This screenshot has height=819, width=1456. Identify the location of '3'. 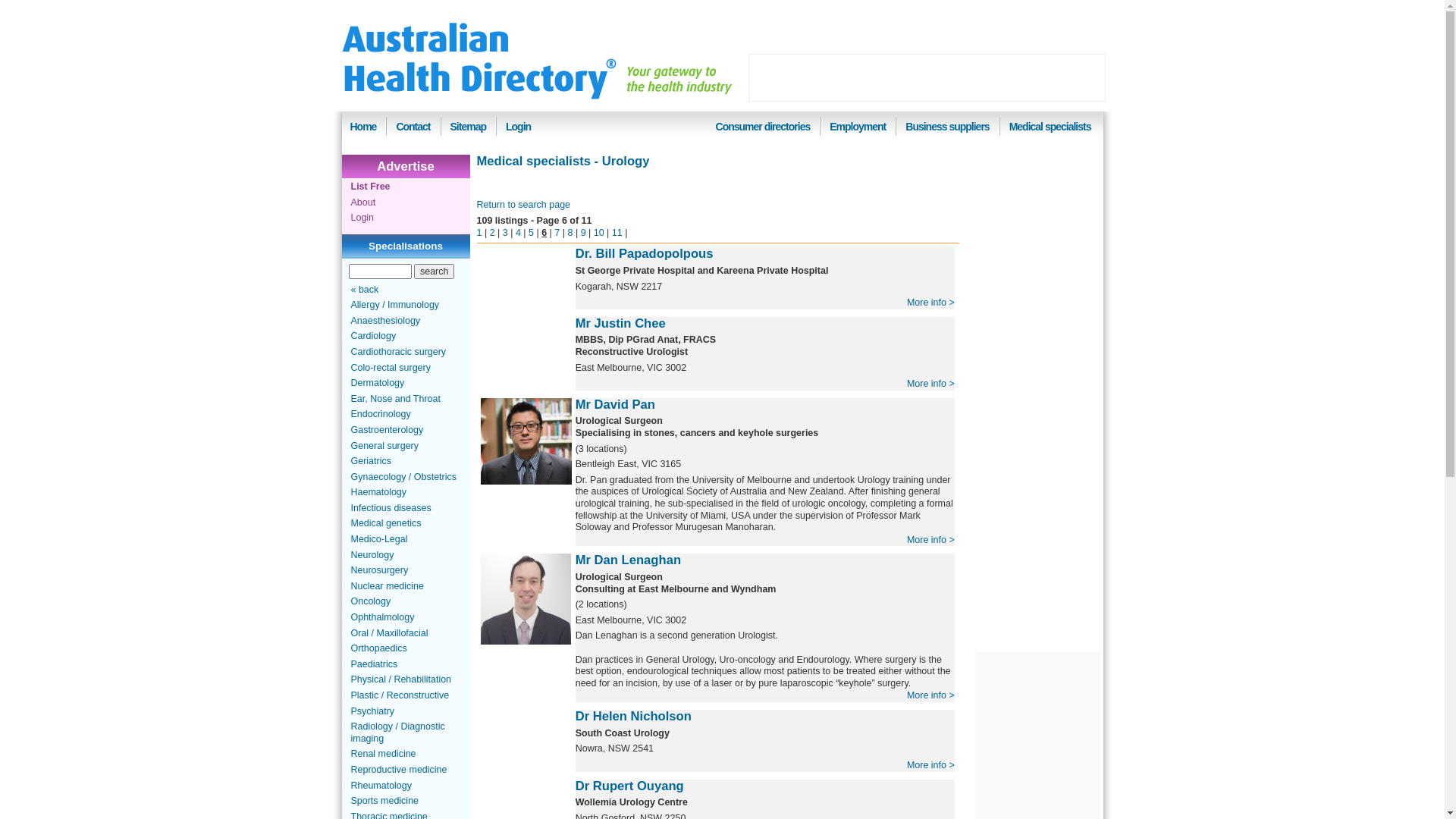
(505, 233).